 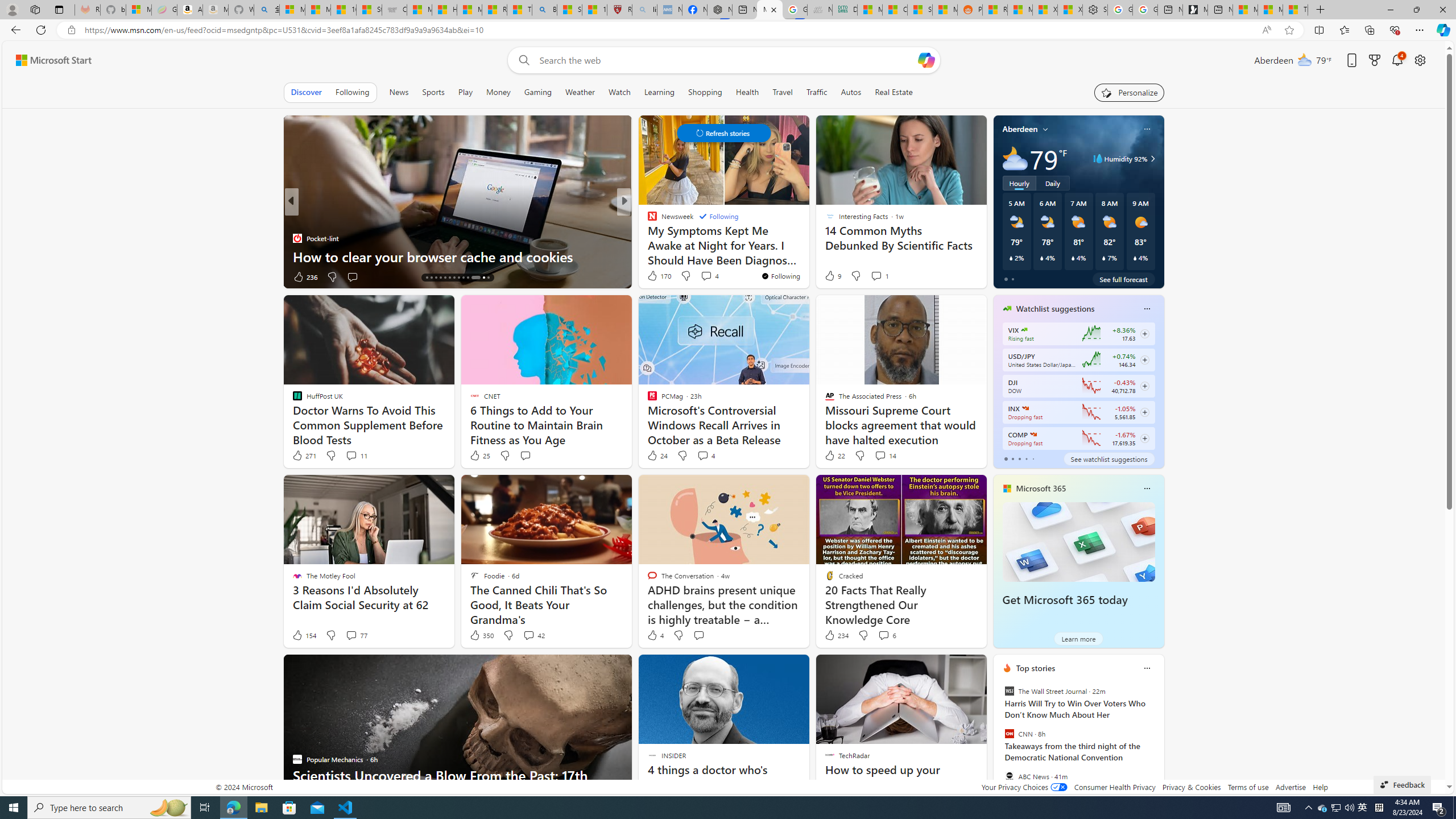 What do you see at coordinates (619, 92) in the screenshot?
I see `'Watch'` at bounding box center [619, 92].